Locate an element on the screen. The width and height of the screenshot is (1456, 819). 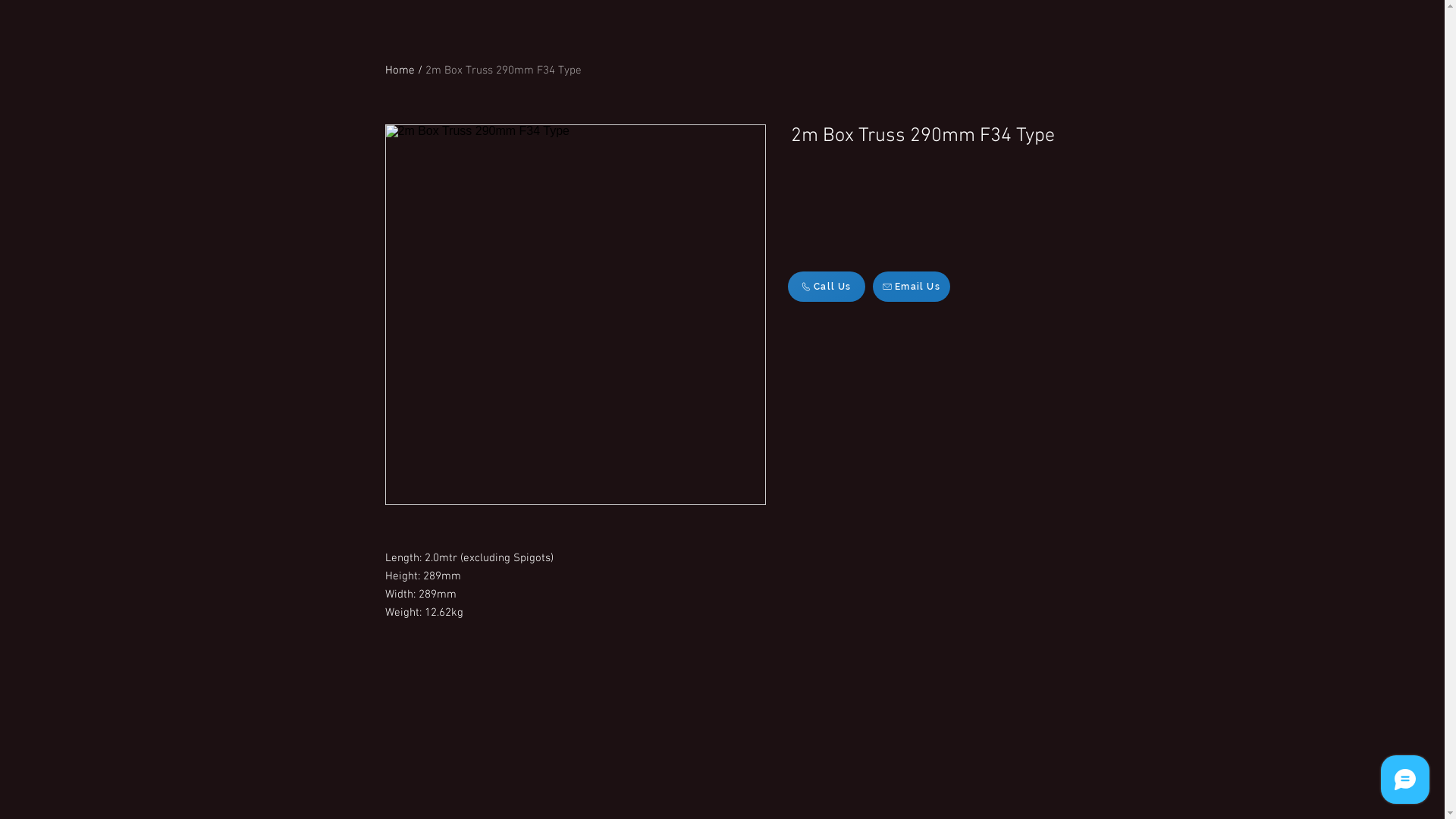
'Email Us' is located at coordinates (910, 287).